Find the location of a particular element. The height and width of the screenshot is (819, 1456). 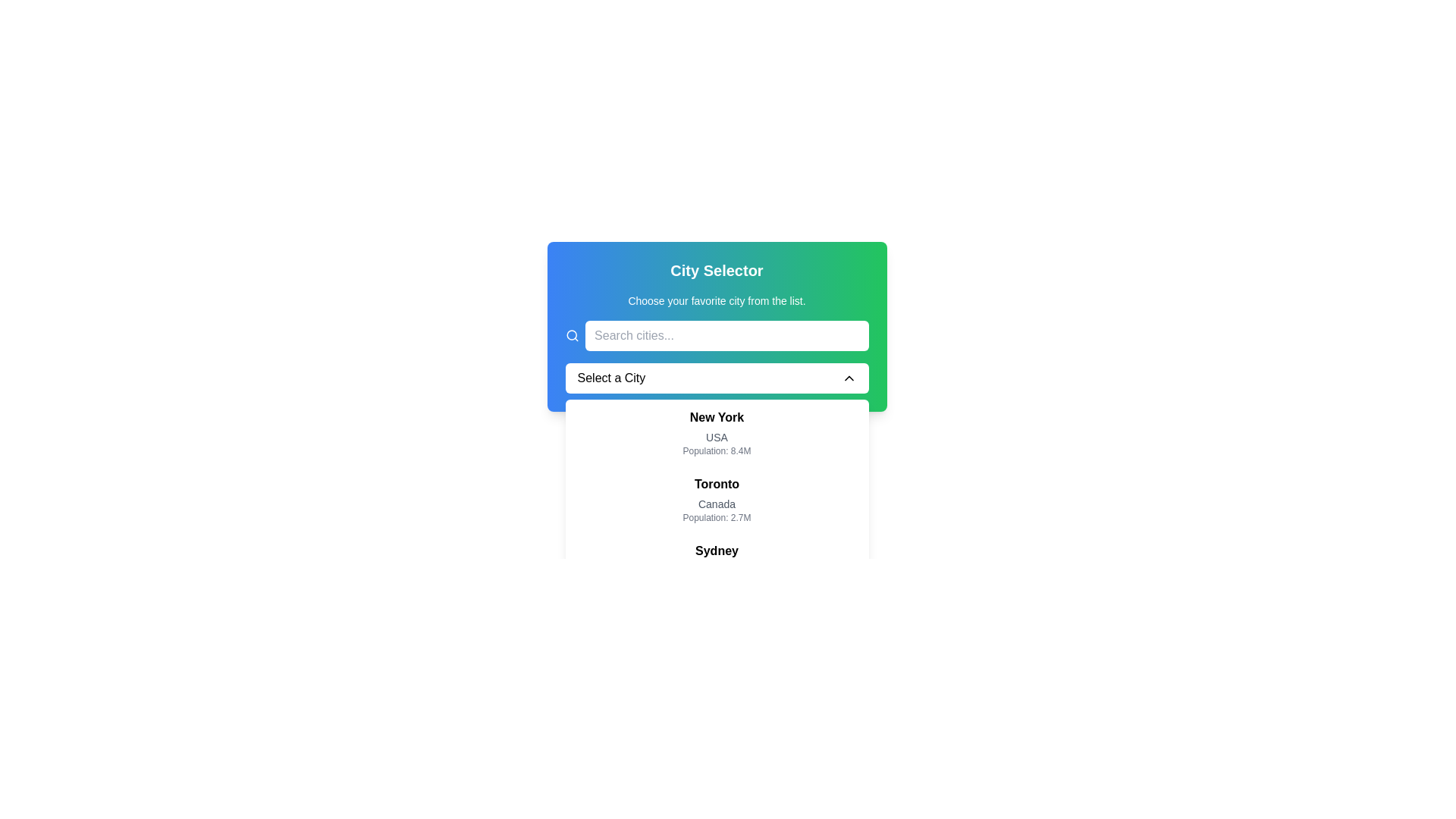

the text label displaying 'USA' in gray color, positioned below 'New York' in the dropdown menu is located at coordinates (716, 438).